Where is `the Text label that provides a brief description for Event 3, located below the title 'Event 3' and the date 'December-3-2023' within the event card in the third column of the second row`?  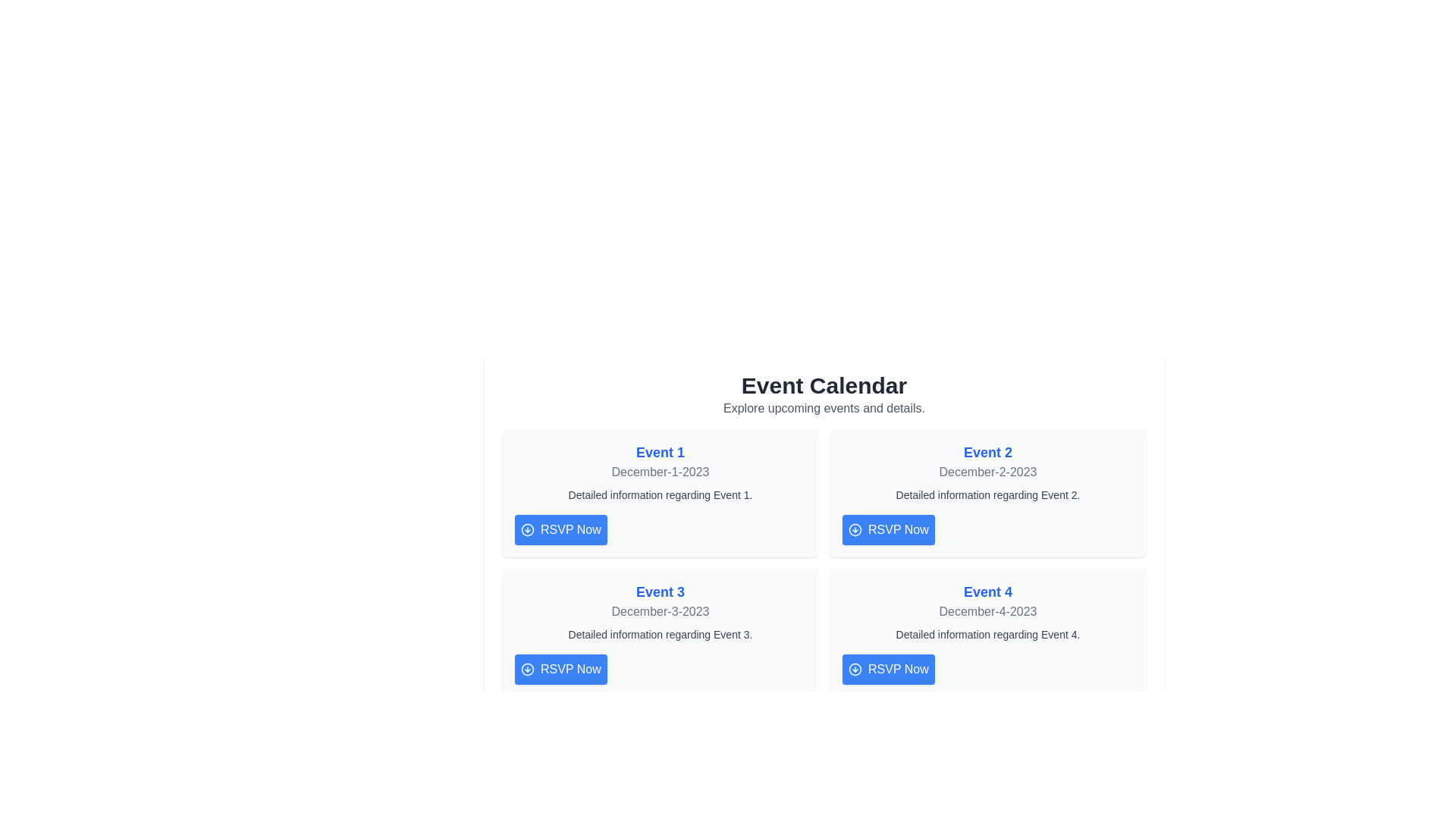
the Text label that provides a brief description for Event 3, located below the title 'Event 3' and the date 'December-3-2023' within the event card in the third column of the second row is located at coordinates (660, 635).